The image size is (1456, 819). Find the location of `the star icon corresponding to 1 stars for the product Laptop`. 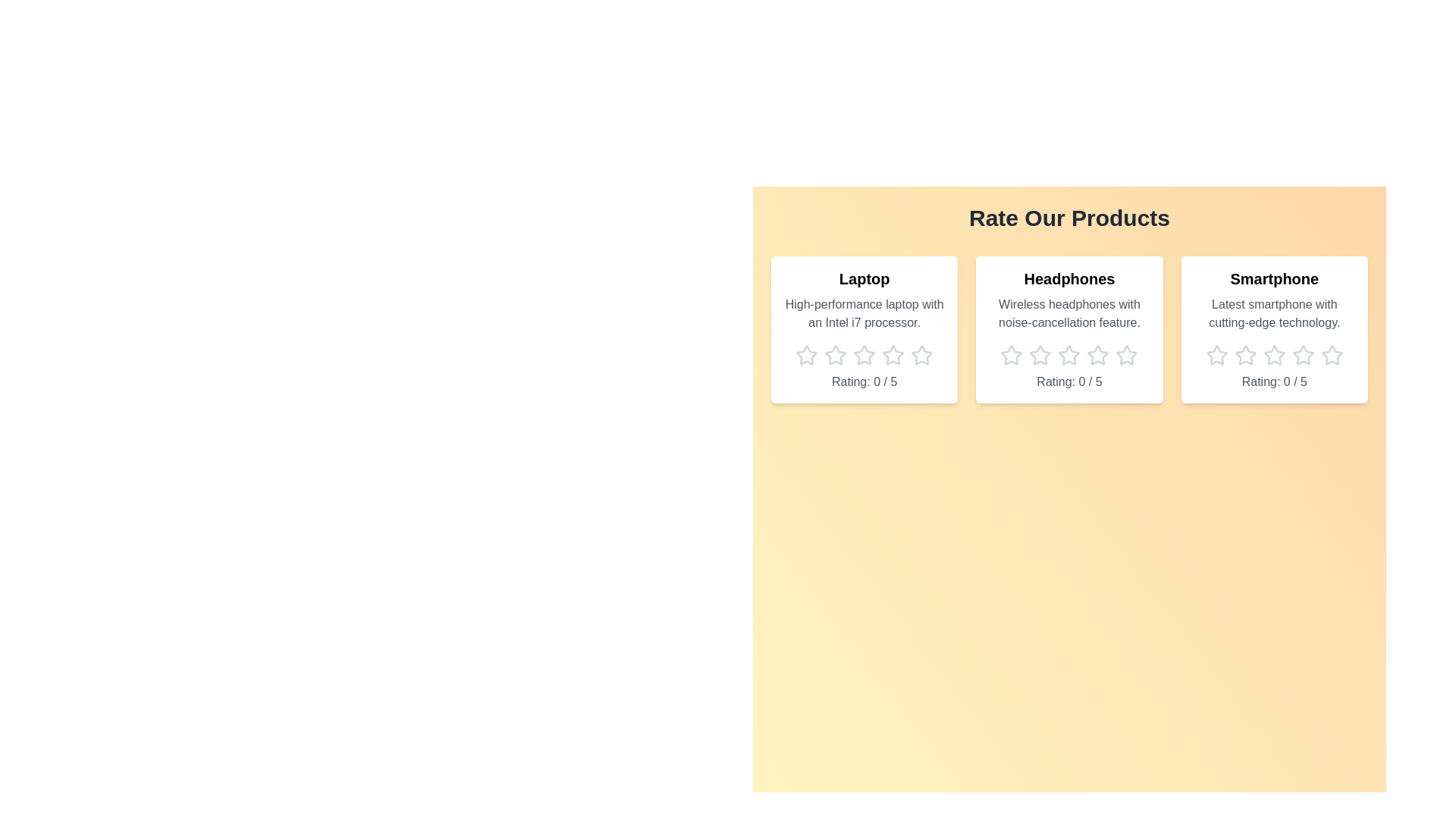

the star icon corresponding to 1 stars for the product Laptop is located at coordinates (806, 356).